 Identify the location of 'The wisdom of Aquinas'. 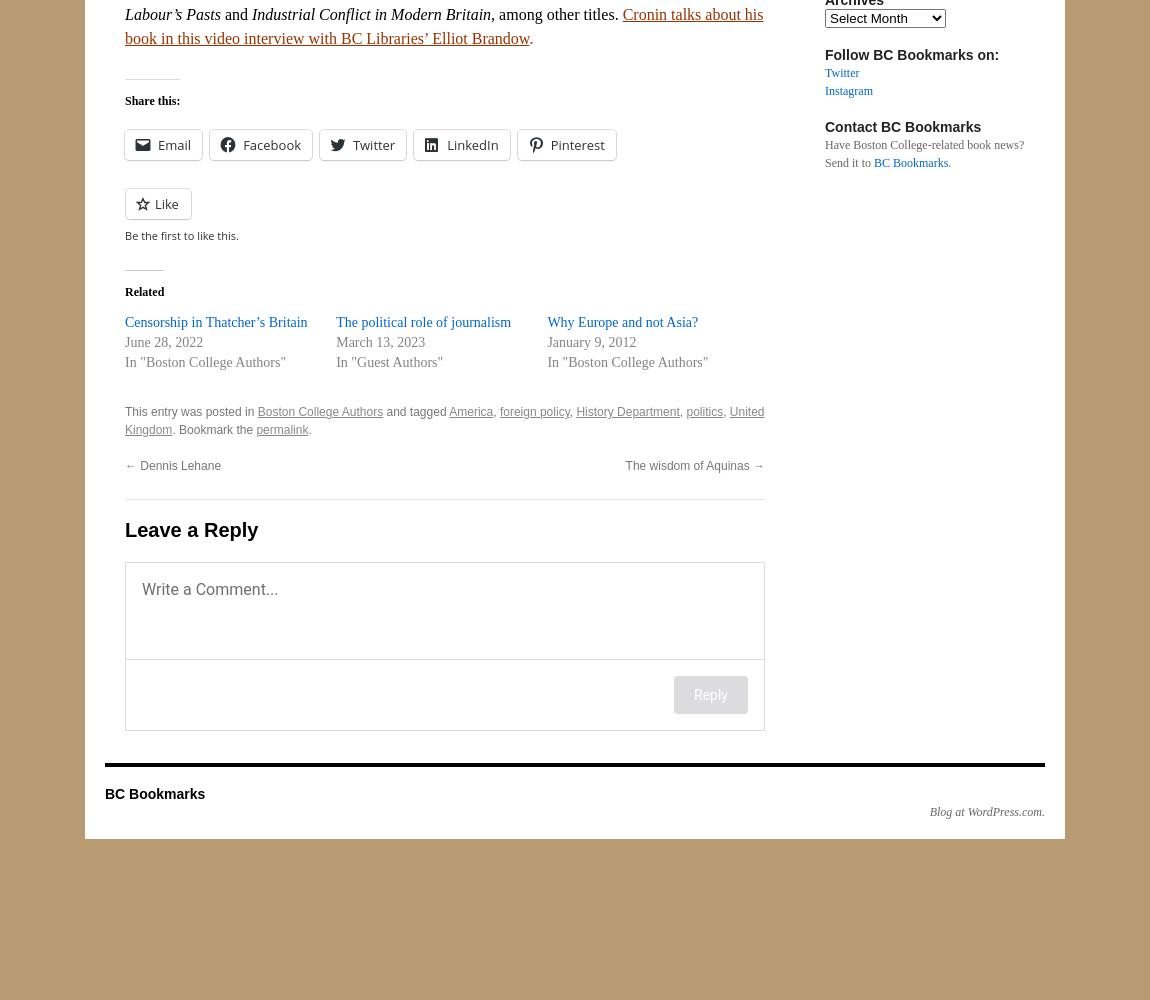
(624, 465).